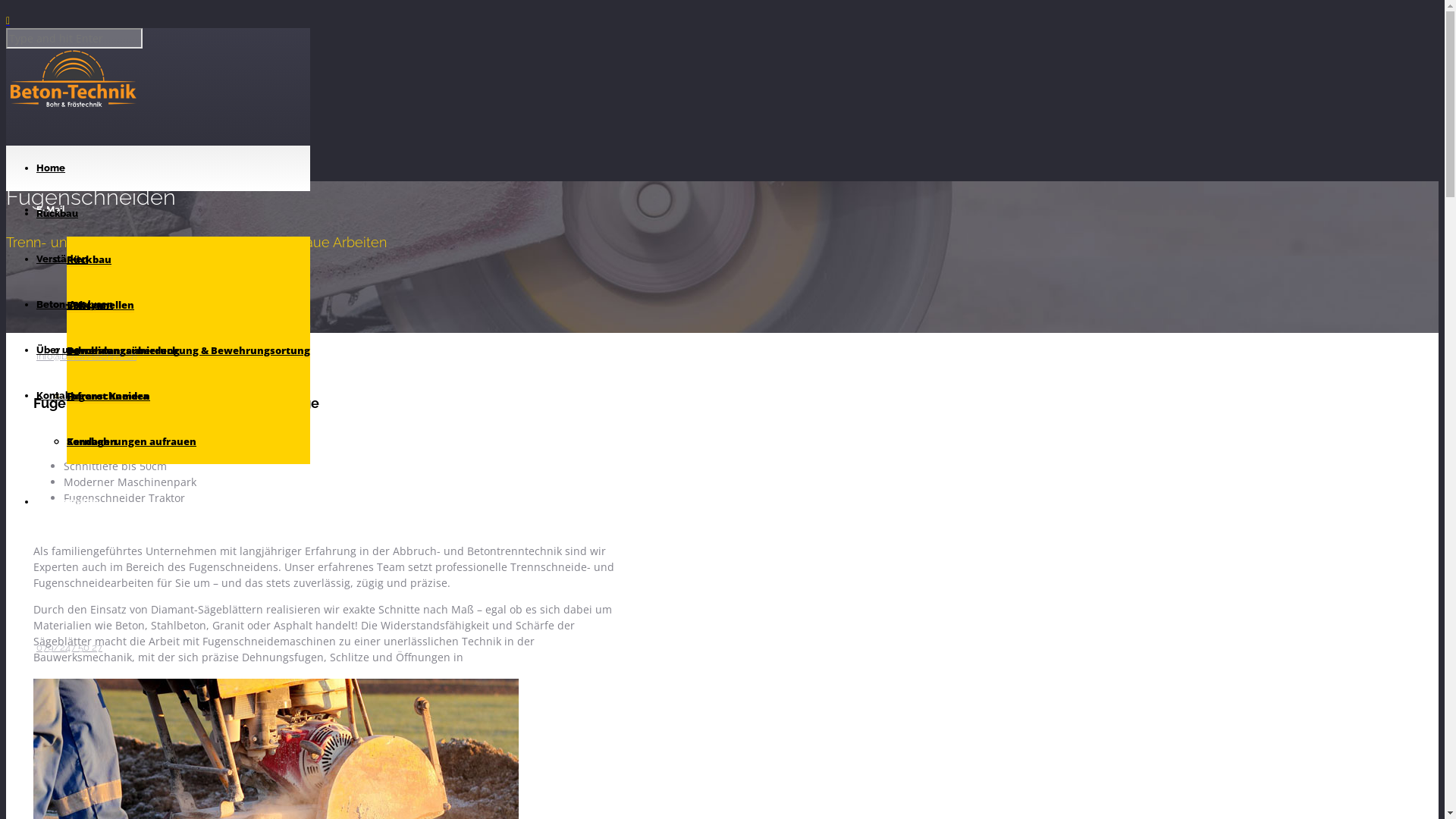 This screenshot has height=819, width=1456. Describe the element at coordinates (68, 647) in the screenshot. I see `'079/247 50 27'` at that location.